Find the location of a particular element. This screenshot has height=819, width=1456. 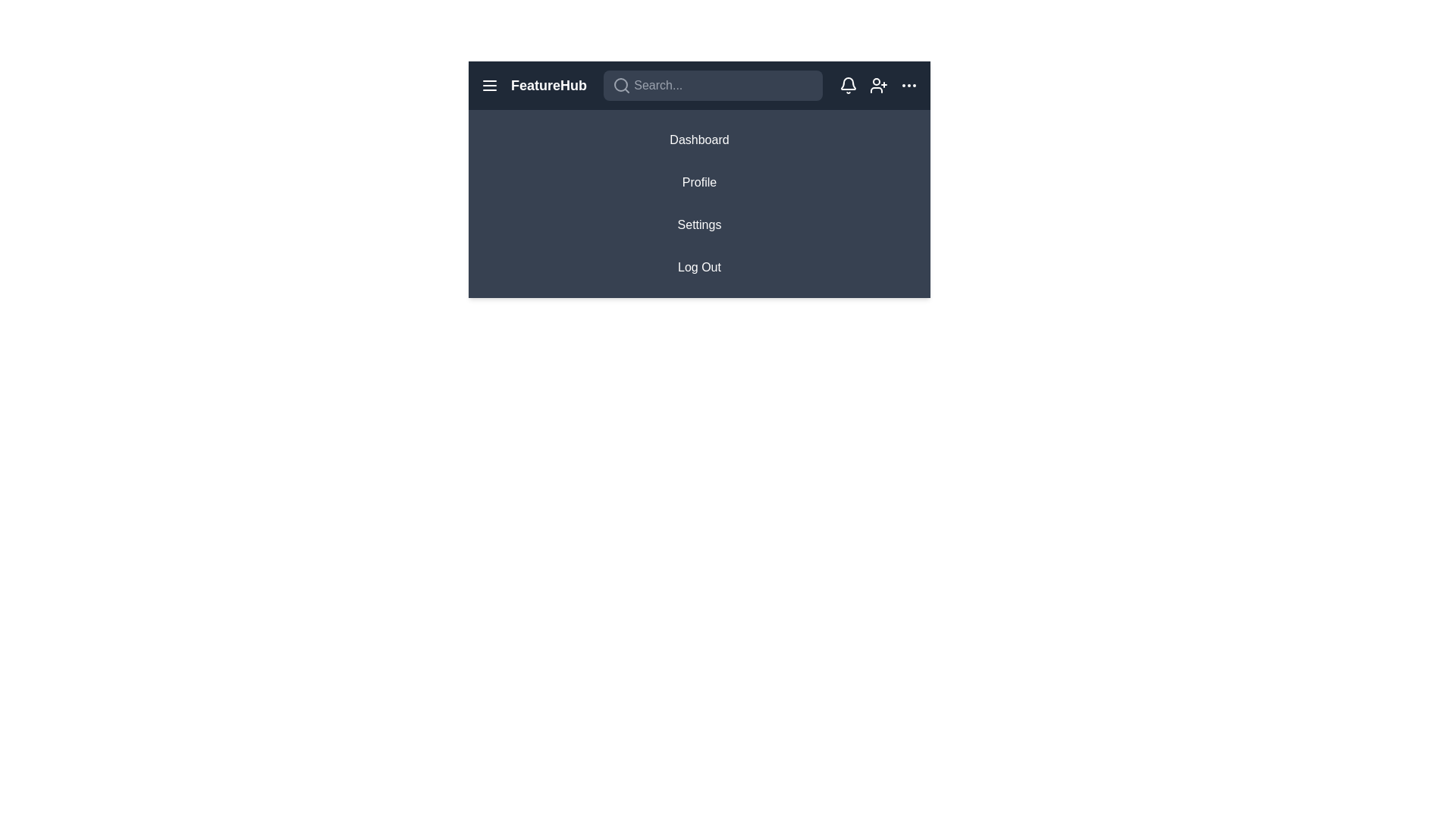

the text label or heading displaying the application's logo or name, located in the top bar, slightly to the left of the center is located at coordinates (548, 85).